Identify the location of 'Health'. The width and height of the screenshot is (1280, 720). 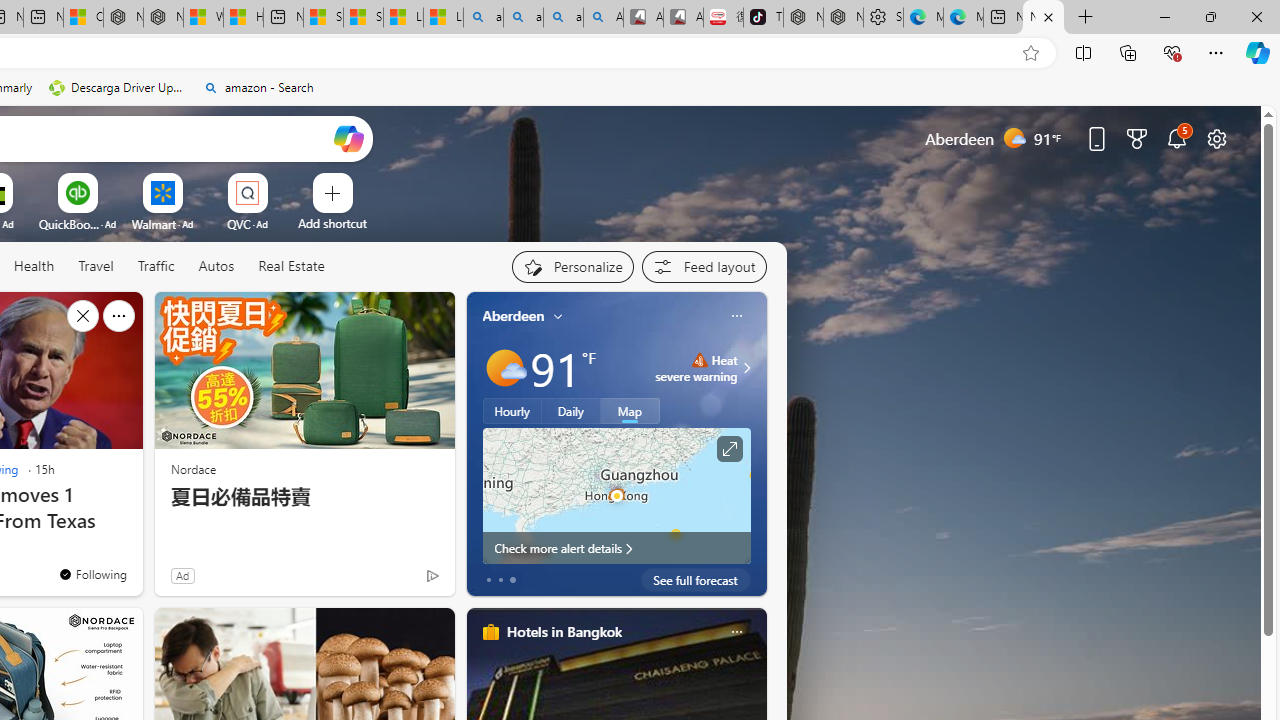
(34, 265).